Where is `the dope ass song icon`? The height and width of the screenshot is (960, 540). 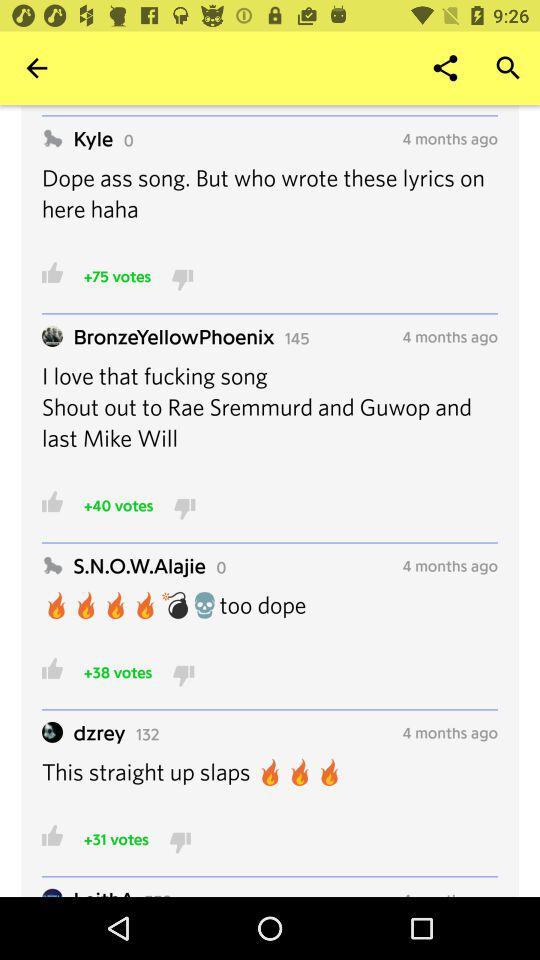 the dope ass song icon is located at coordinates (270, 206).